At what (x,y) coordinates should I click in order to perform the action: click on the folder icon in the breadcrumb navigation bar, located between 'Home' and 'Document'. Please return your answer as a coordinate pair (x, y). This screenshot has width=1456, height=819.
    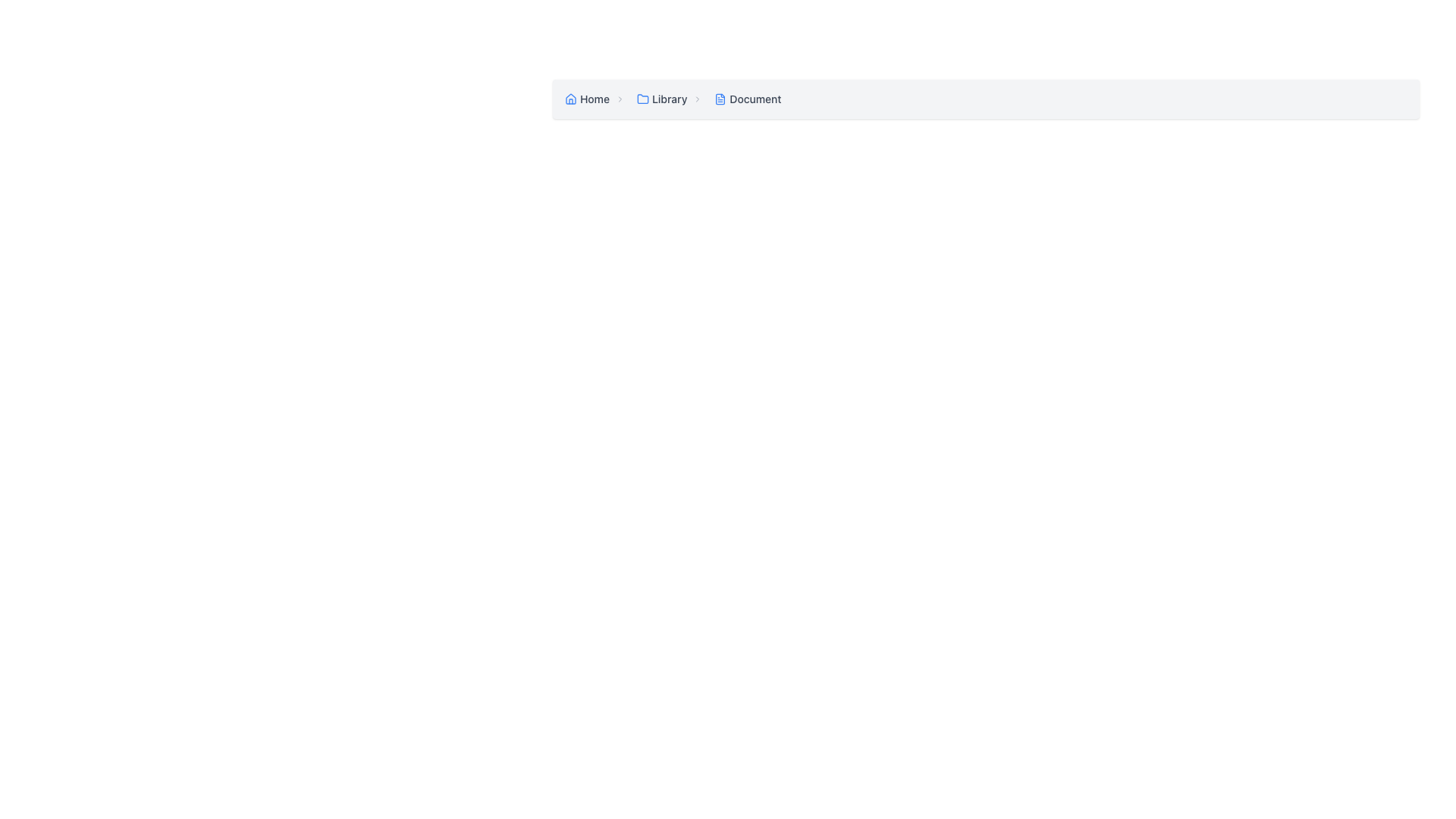
    Looking at the image, I should click on (643, 99).